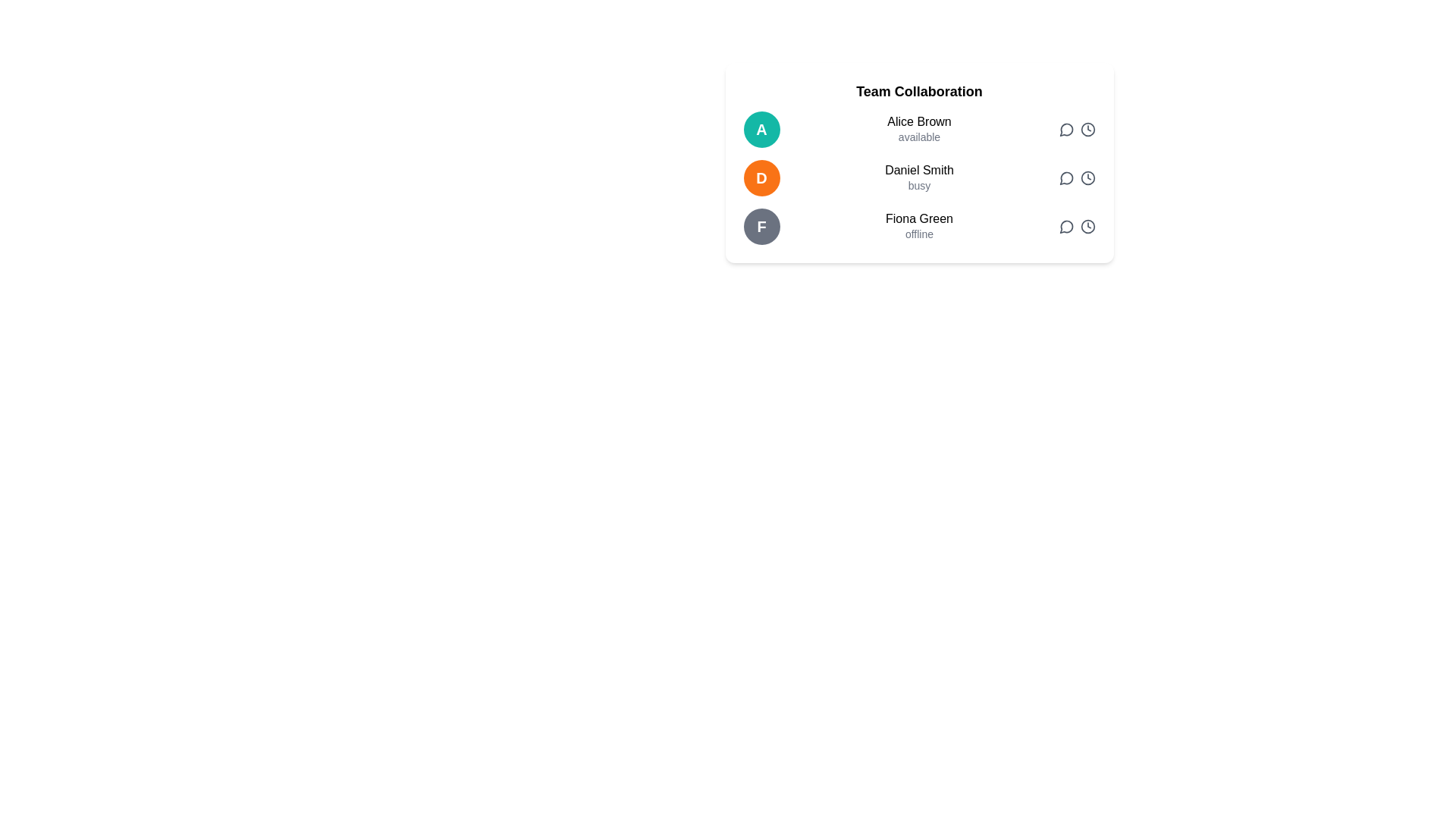  I want to click on the second icon from the right, so click(1087, 177).